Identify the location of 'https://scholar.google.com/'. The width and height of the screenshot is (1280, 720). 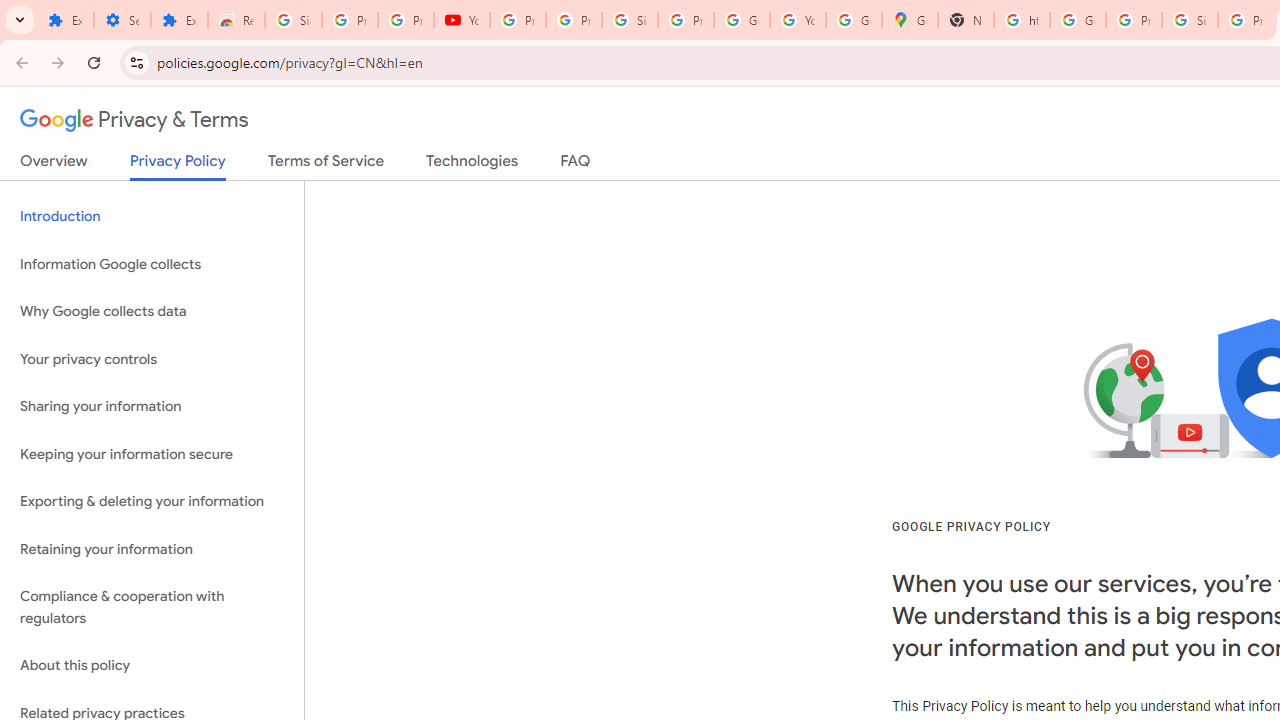
(1022, 20).